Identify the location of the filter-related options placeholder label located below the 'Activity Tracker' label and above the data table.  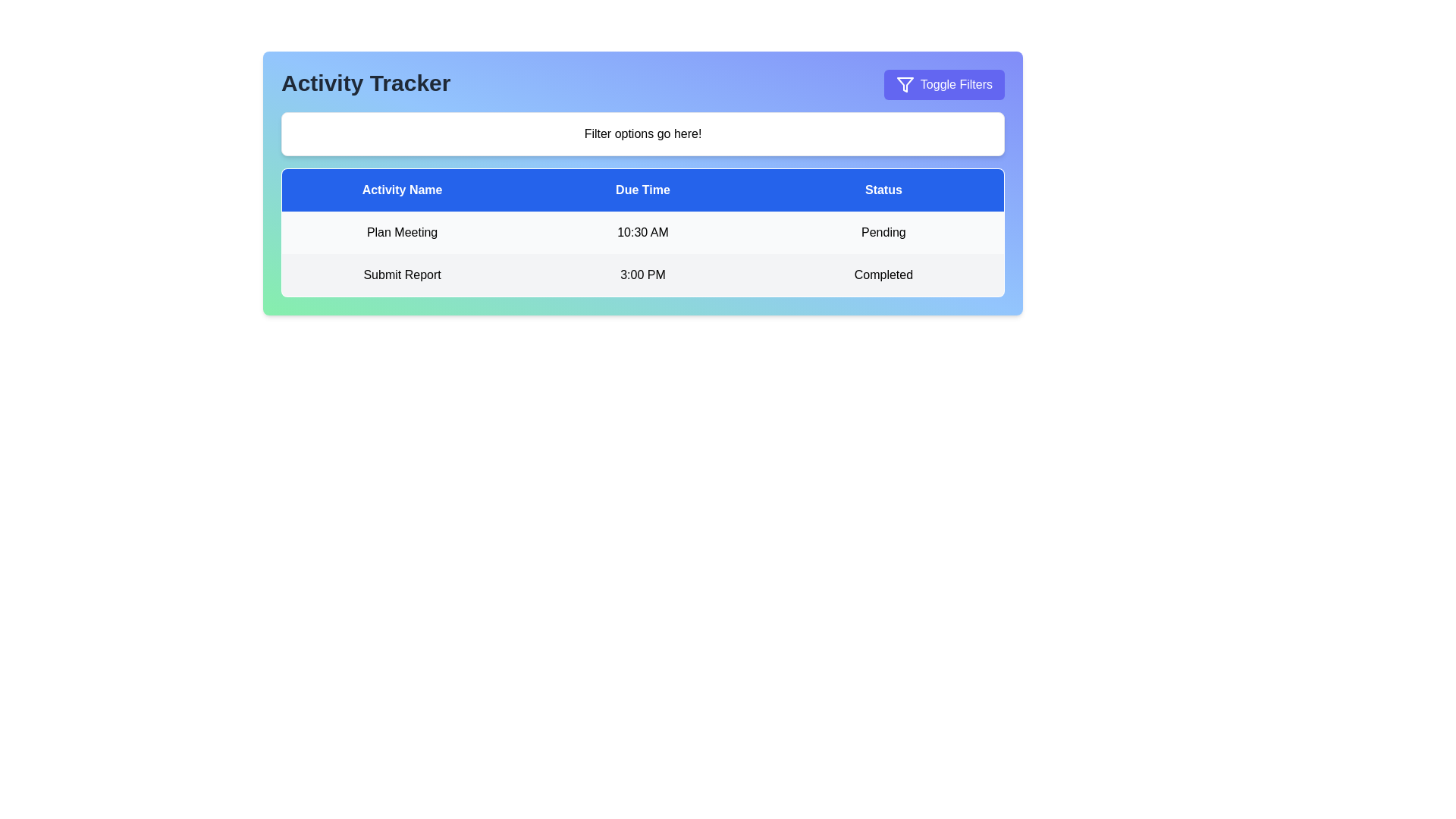
(643, 133).